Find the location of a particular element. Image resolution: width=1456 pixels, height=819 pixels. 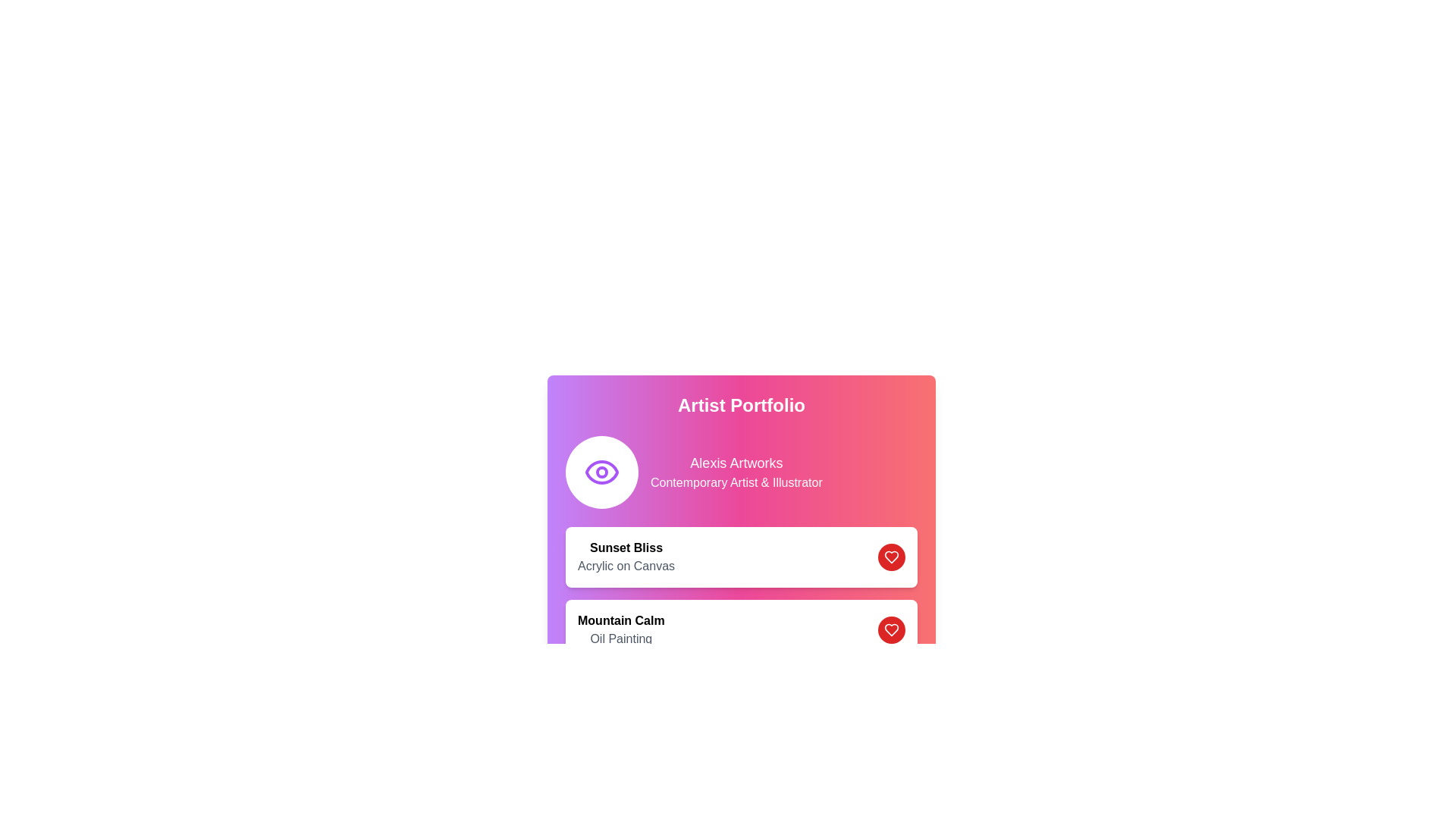

the bold black text label displaying 'Sunset Bliss' located at the top of the 'Artist Portfolio' section is located at coordinates (626, 548).